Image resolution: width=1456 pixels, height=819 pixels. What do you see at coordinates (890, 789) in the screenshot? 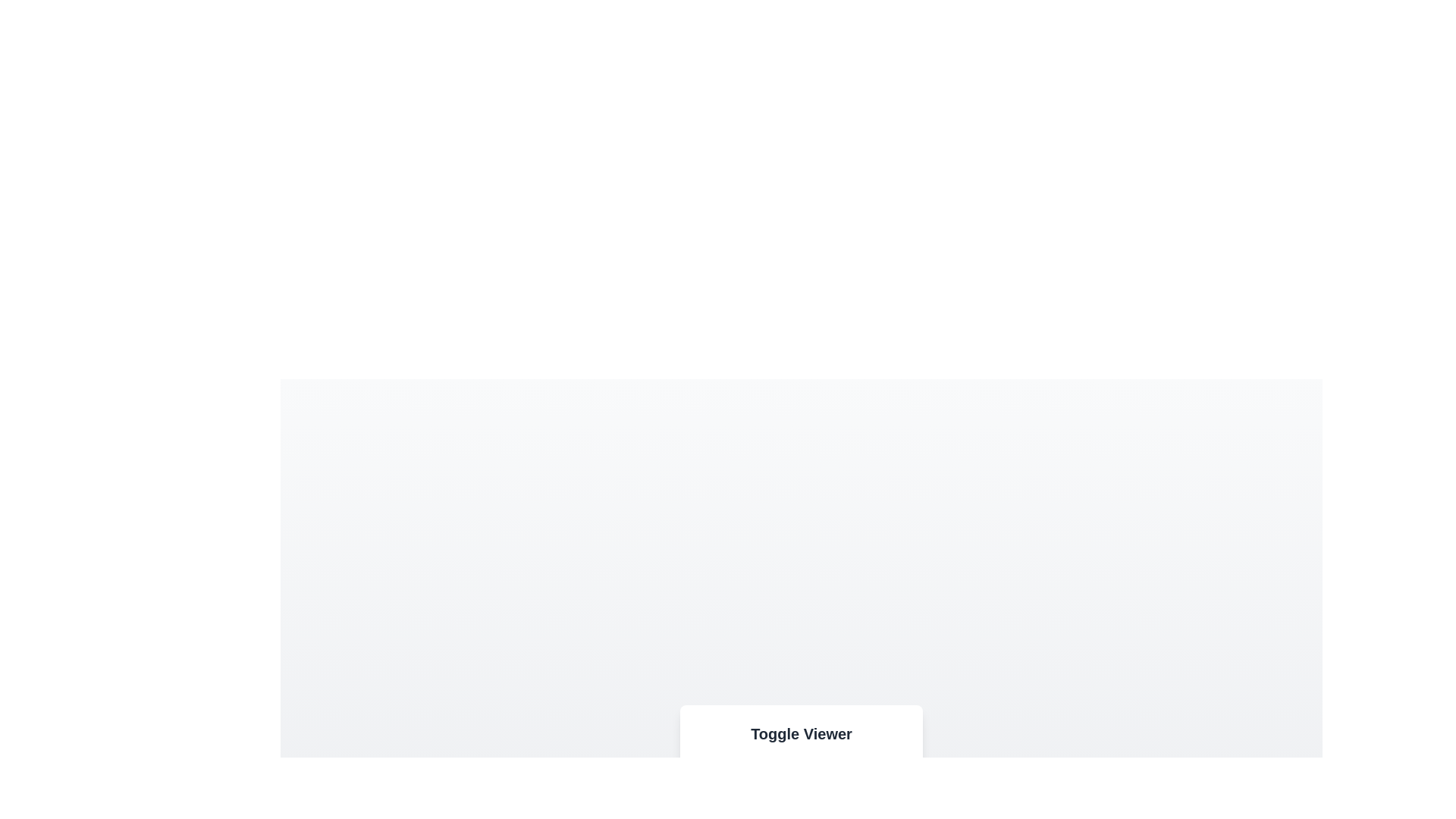
I see `the button labeled Text to observe its hover effect` at bounding box center [890, 789].